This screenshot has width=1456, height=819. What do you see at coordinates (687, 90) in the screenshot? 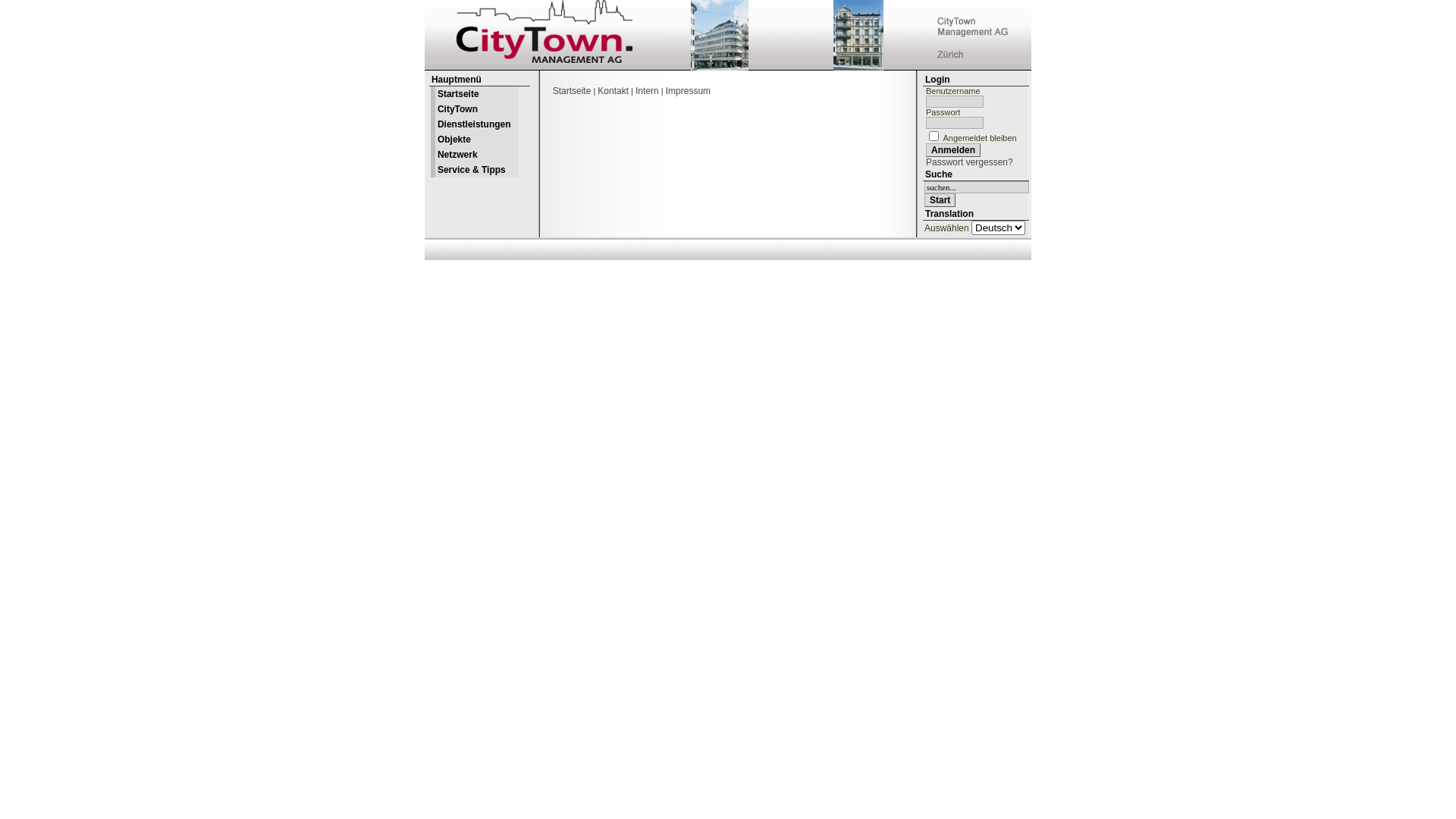
I see `'Impressum'` at bounding box center [687, 90].